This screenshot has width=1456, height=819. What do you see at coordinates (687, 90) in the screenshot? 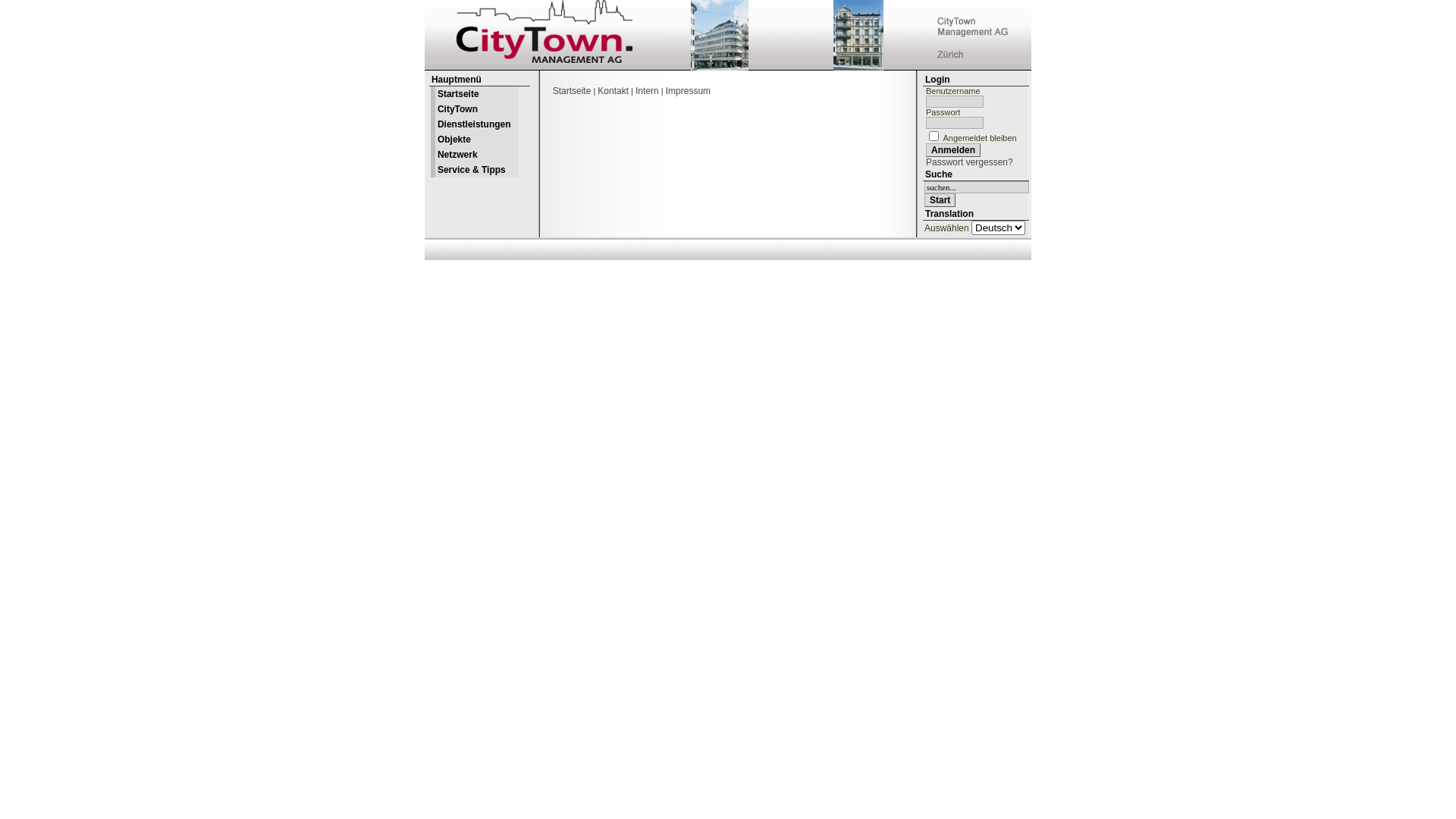
I see `'Impressum'` at bounding box center [687, 90].